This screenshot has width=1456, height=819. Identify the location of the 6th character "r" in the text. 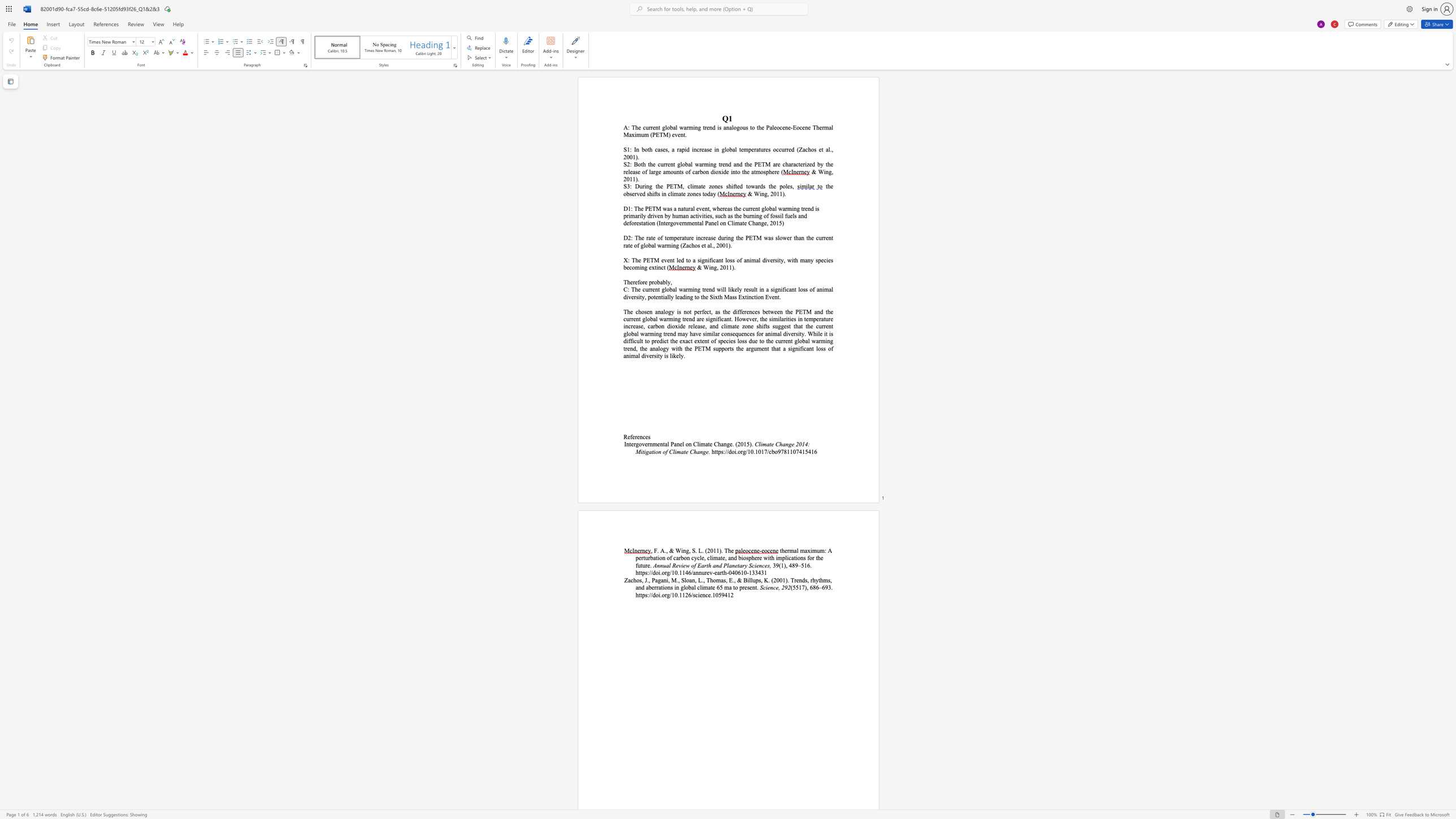
(653, 326).